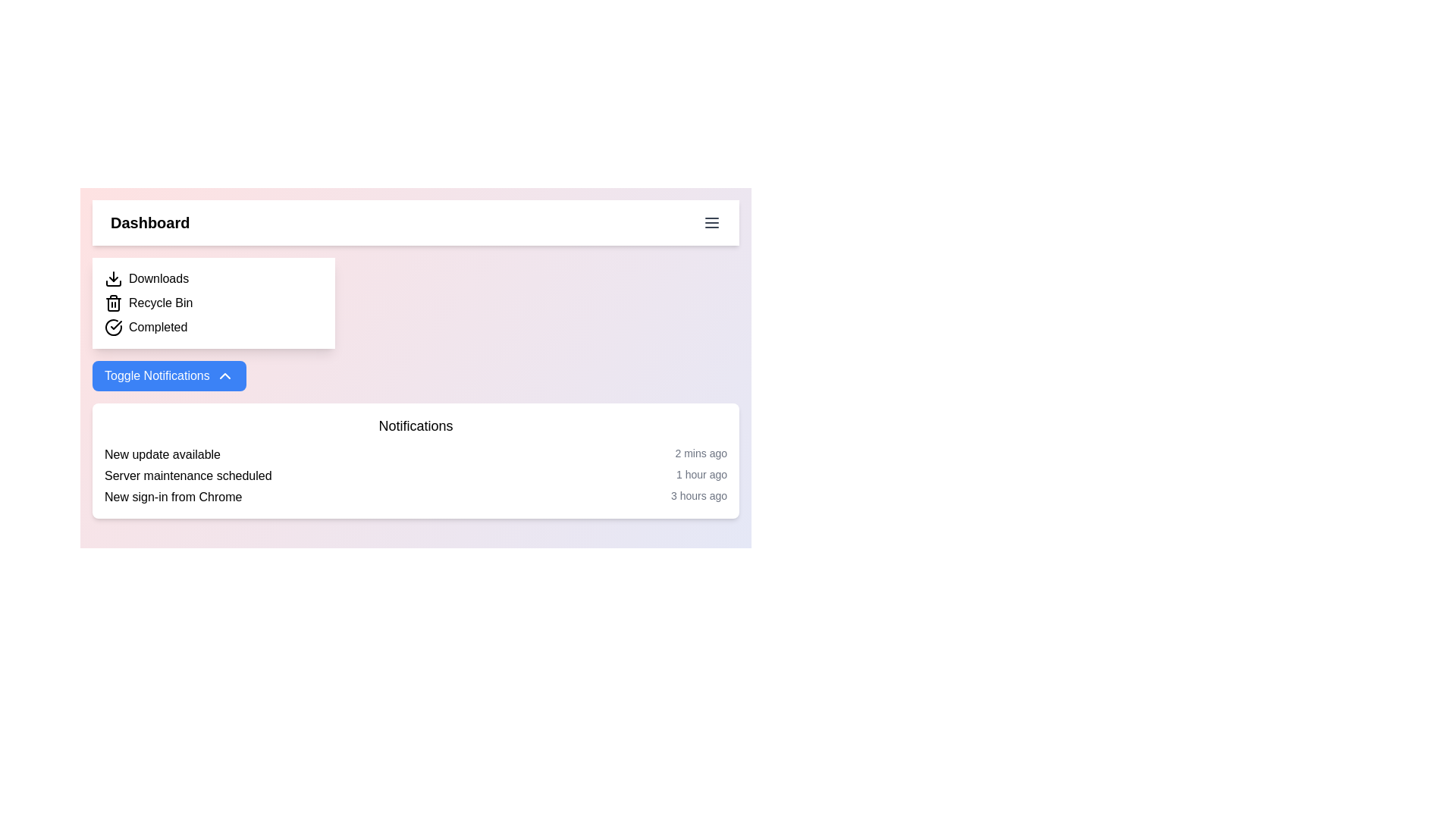 This screenshot has height=819, width=1456. Describe the element at coordinates (213, 303) in the screenshot. I see `the 'Recycle Bin' list item, which is the second item` at that location.